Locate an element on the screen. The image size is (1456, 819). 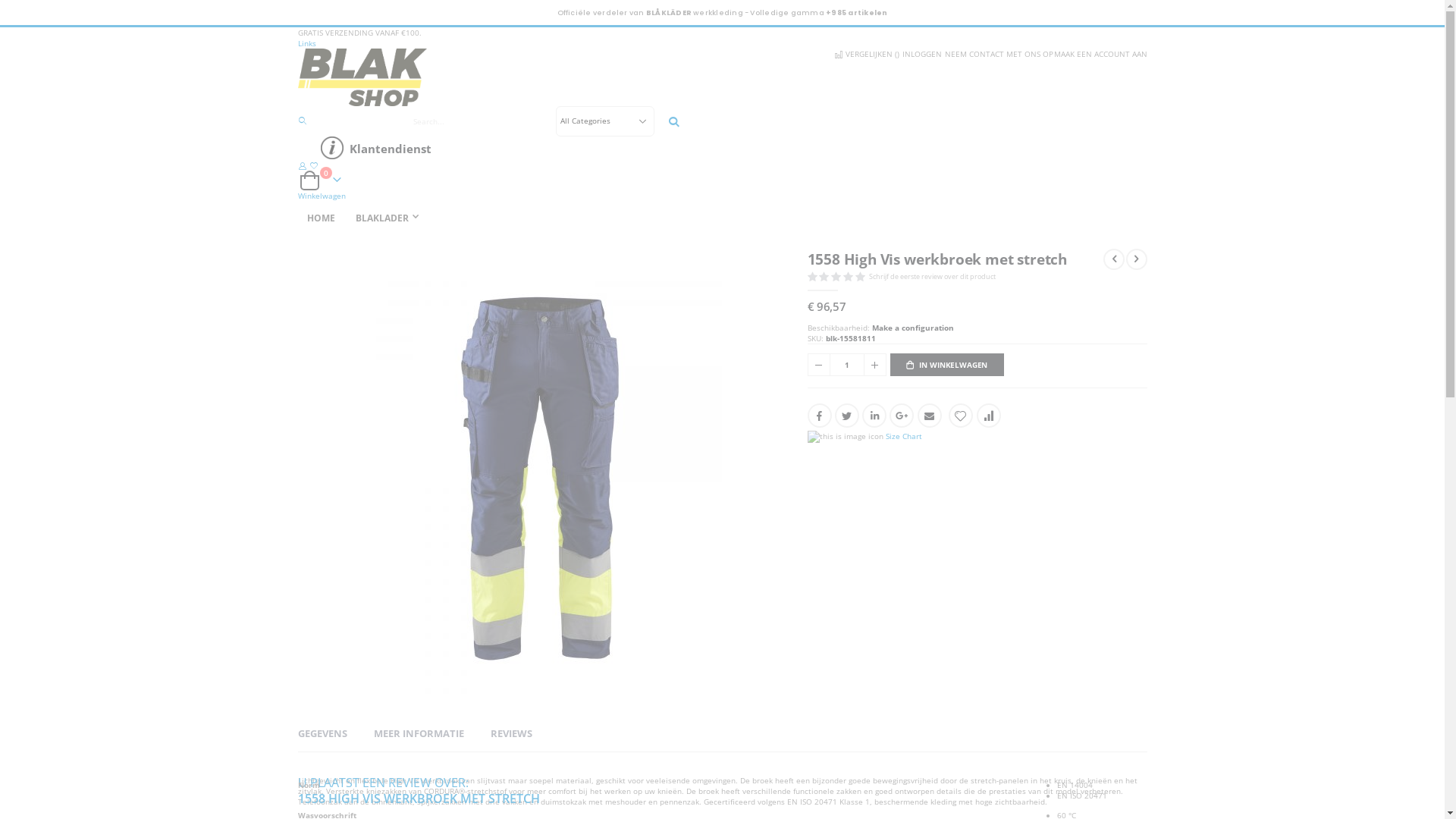
'Schrijf de eerste review over dit product' is located at coordinates (934, 276).